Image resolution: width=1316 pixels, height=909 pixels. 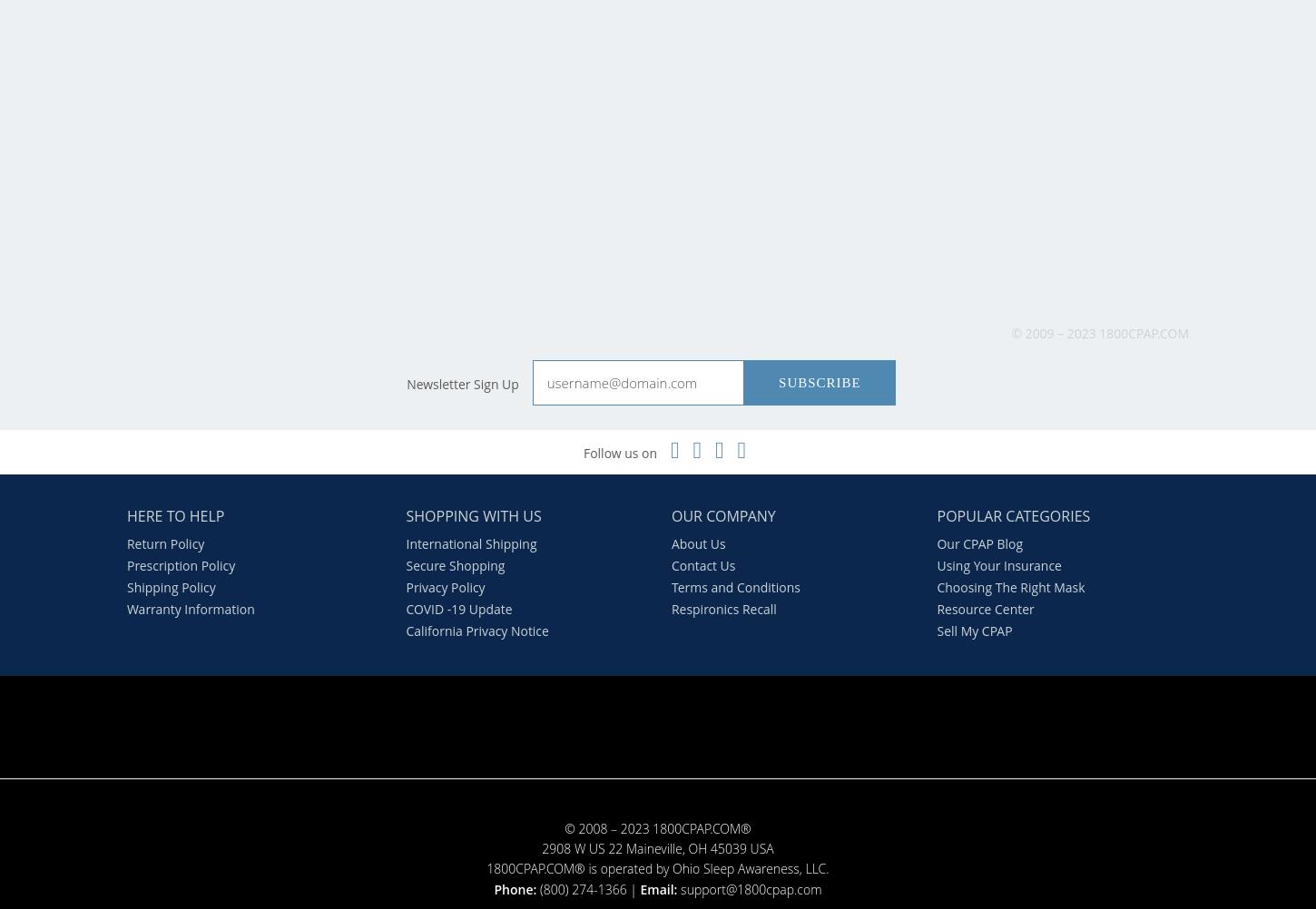 What do you see at coordinates (936, 563) in the screenshot?
I see `'Using Your Insurance'` at bounding box center [936, 563].